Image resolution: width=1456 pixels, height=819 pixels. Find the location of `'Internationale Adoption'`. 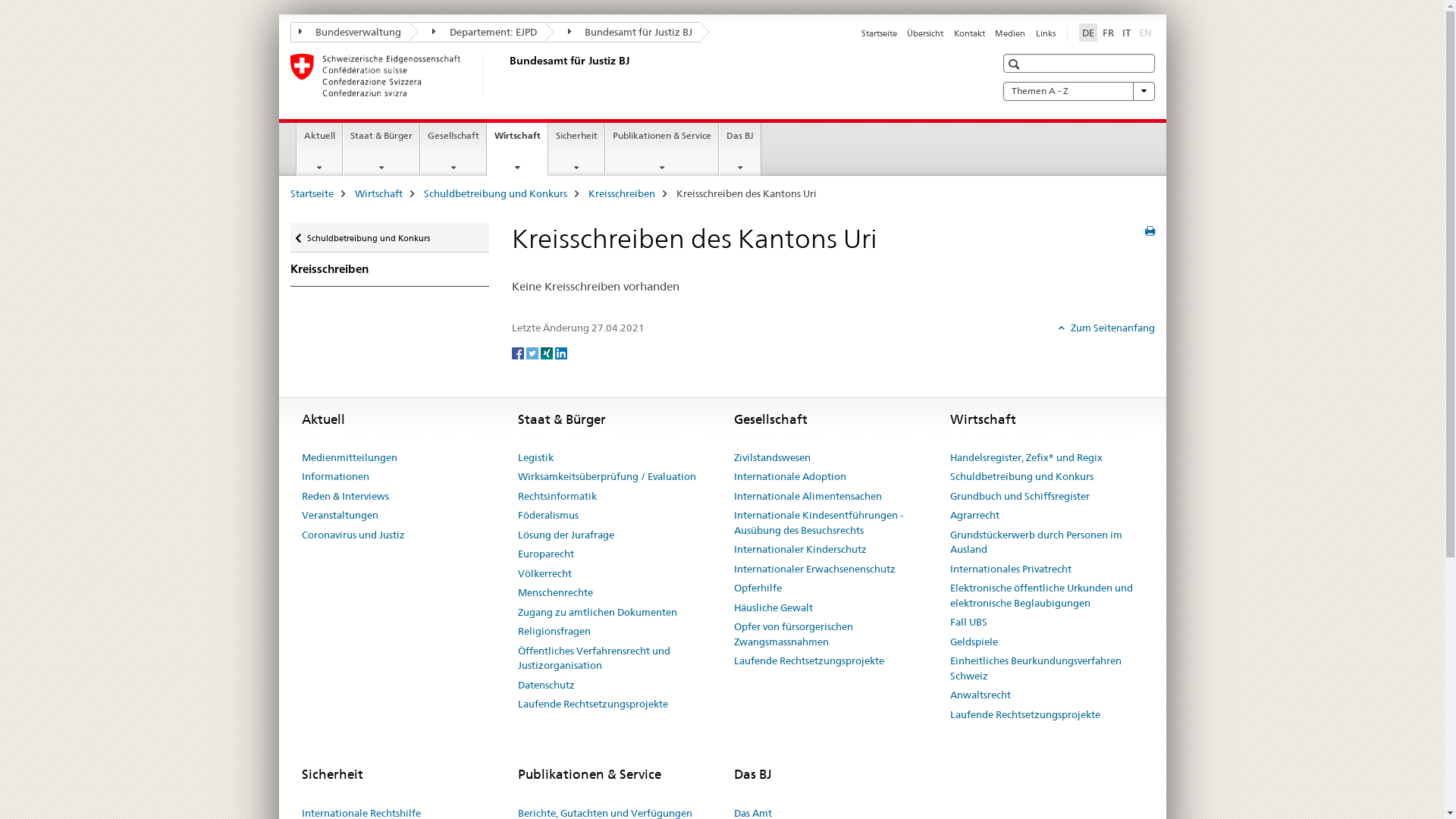

'Internationale Adoption' is located at coordinates (789, 475).